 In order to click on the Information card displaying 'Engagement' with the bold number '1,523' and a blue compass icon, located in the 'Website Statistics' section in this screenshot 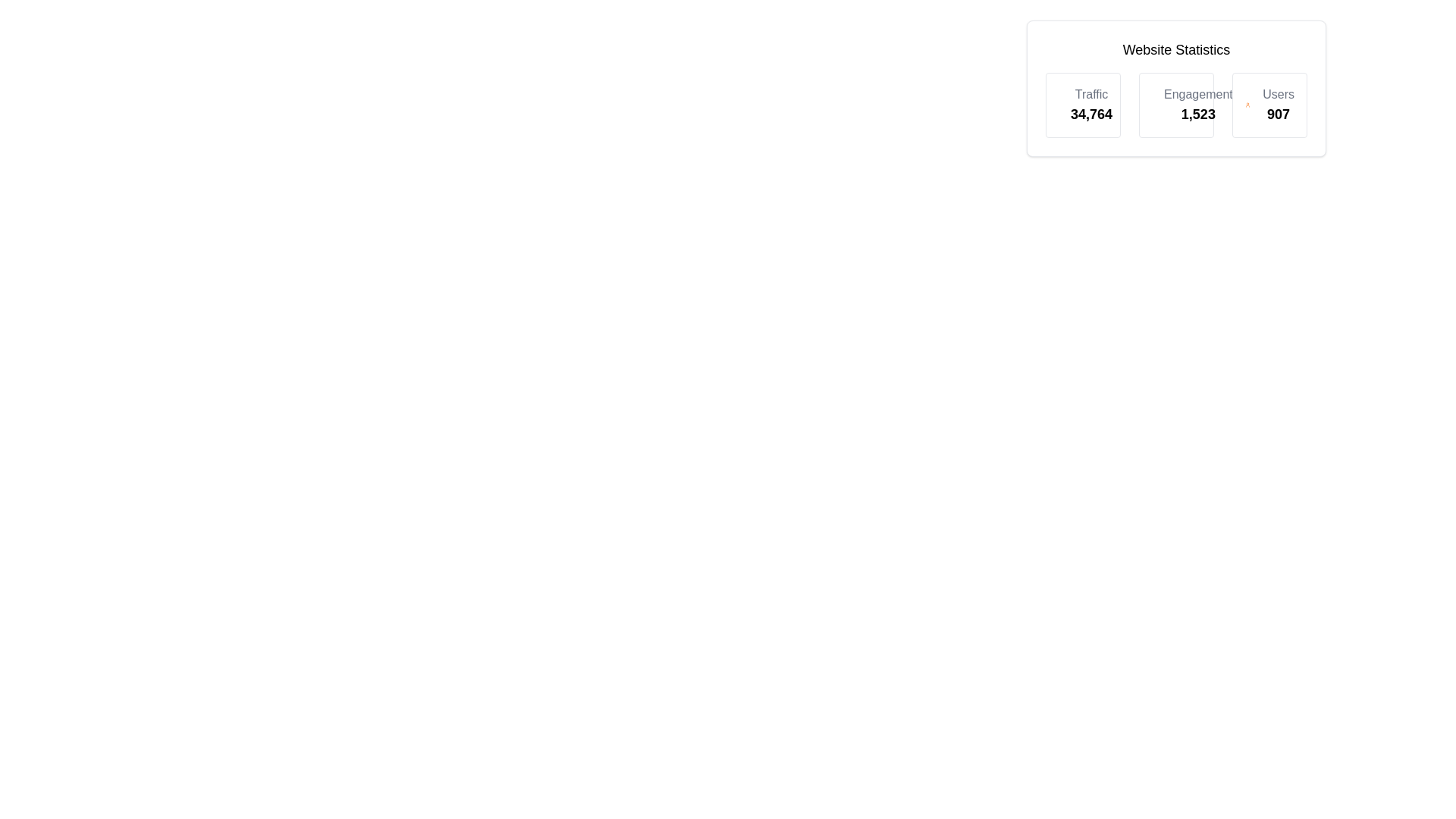, I will do `click(1175, 104)`.